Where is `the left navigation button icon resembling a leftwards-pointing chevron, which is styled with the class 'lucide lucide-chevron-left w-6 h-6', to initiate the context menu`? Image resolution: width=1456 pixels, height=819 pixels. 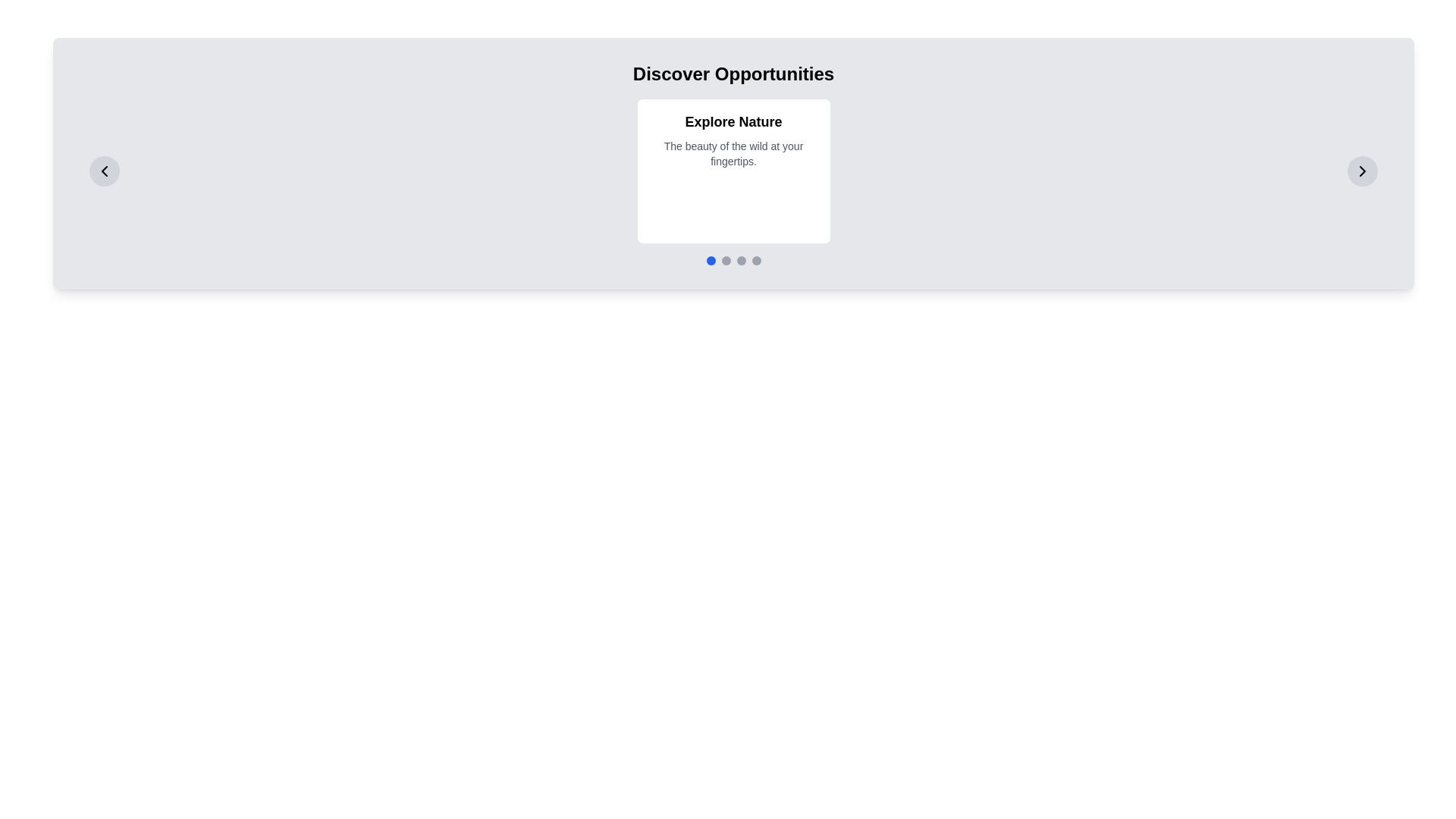
the left navigation button icon resembling a leftwards-pointing chevron, which is styled with the class 'lucide lucide-chevron-left w-6 h-6', to initiate the context menu is located at coordinates (104, 171).